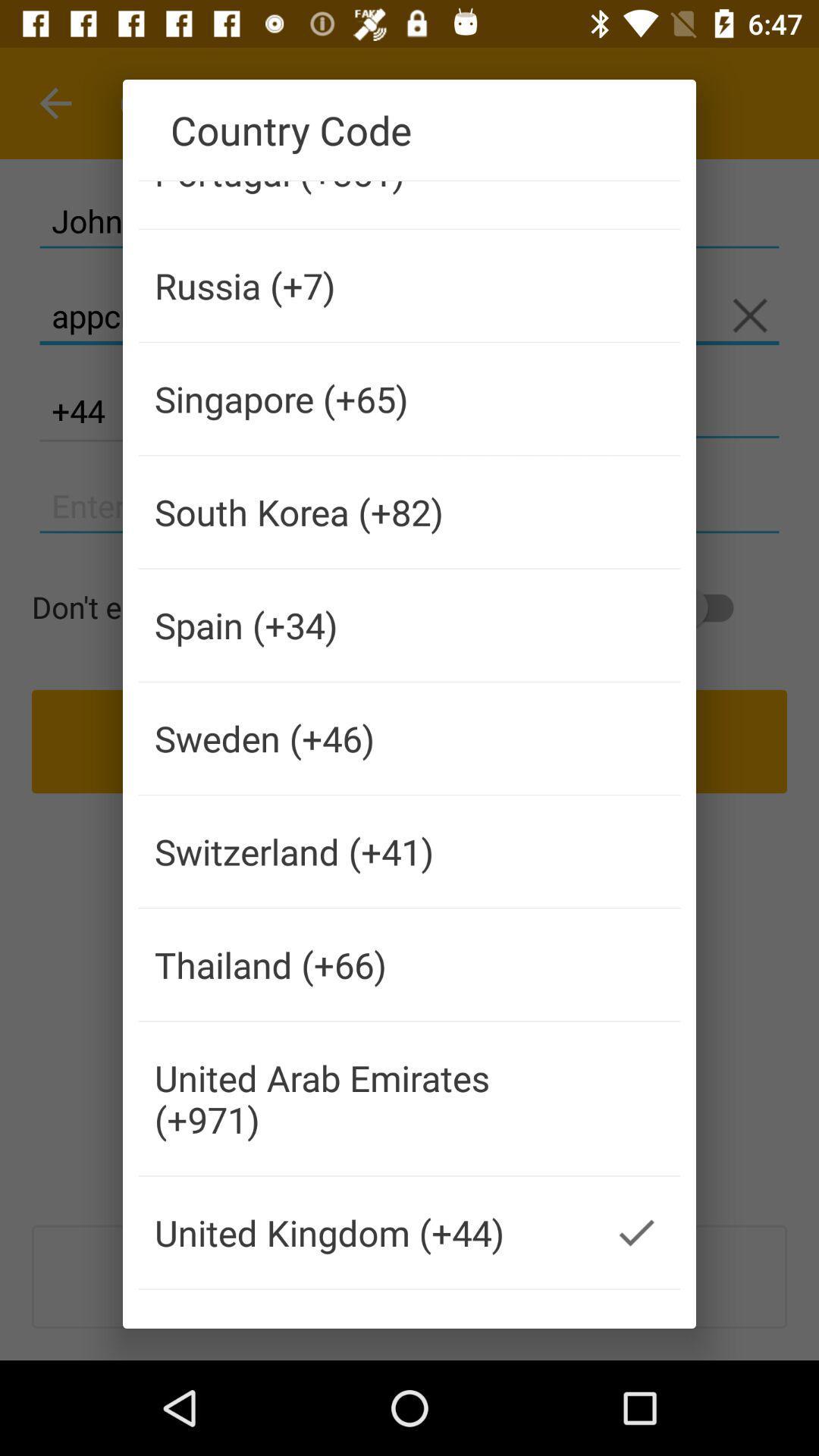  What do you see at coordinates (366, 1099) in the screenshot?
I see `the icon above united kingdom (+44)` at bounding box center [366, 1099].